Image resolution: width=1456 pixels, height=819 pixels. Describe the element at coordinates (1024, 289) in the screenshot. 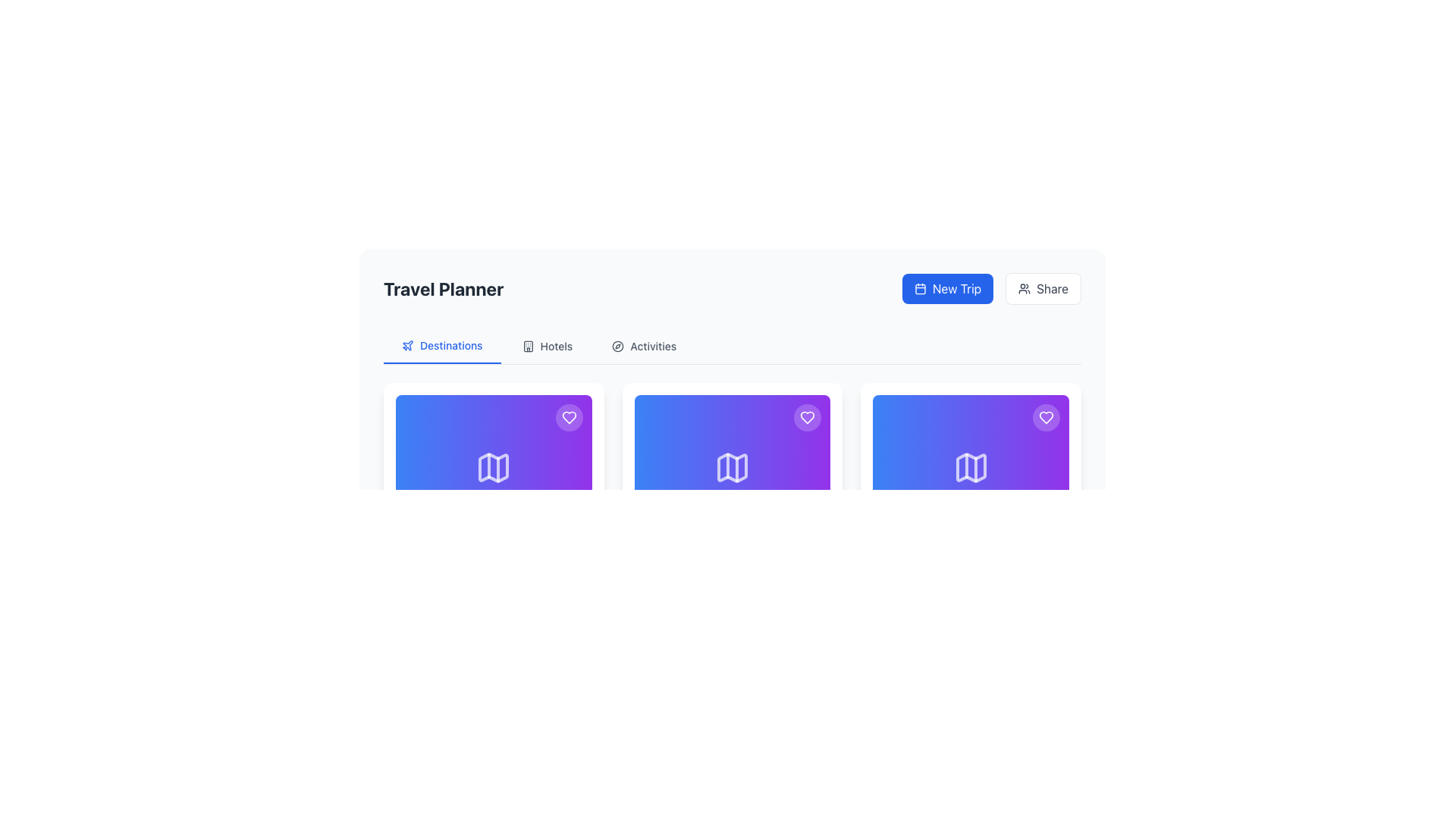

I see `the 'Share' button by clicking on the decorative SVG icon located at the top-right of the interface` at that location.